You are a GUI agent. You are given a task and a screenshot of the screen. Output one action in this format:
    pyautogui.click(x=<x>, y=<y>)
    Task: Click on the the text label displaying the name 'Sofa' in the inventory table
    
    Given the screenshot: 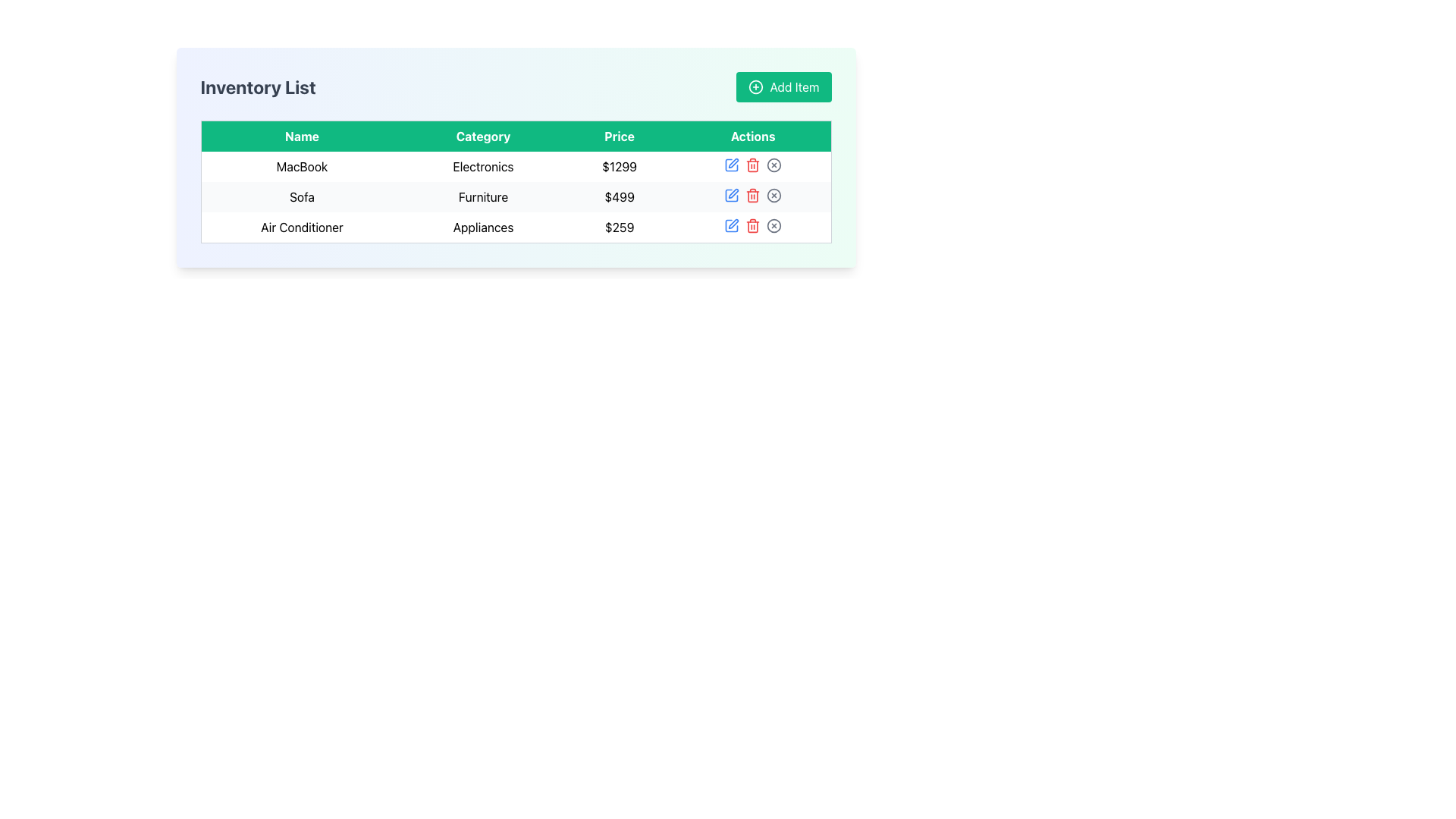 What is the action you would take?
    pyautogui.click(x=302, y=196)
    